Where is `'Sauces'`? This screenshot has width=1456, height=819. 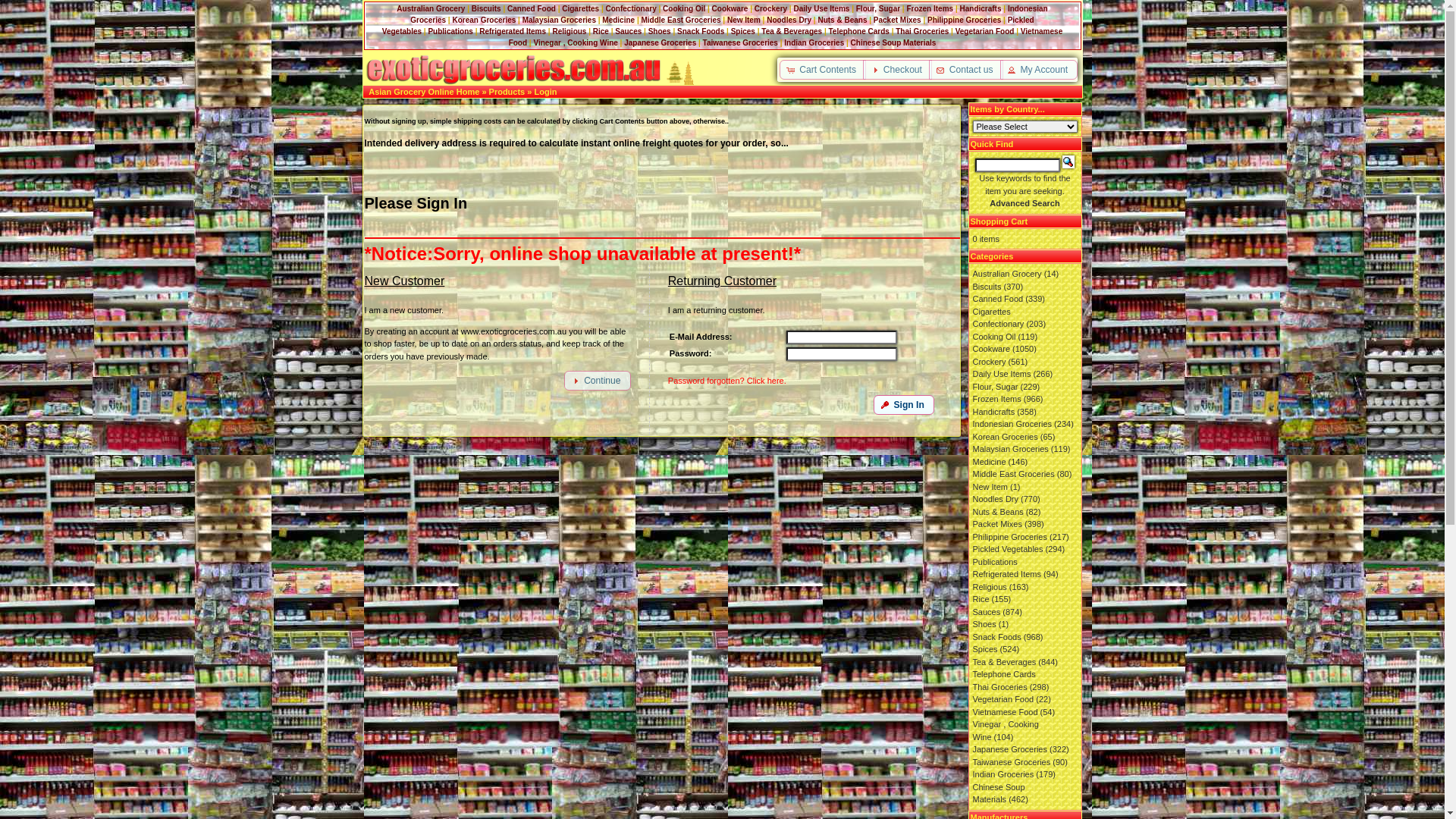
'Sauces' is located at coordinates (986, 610).